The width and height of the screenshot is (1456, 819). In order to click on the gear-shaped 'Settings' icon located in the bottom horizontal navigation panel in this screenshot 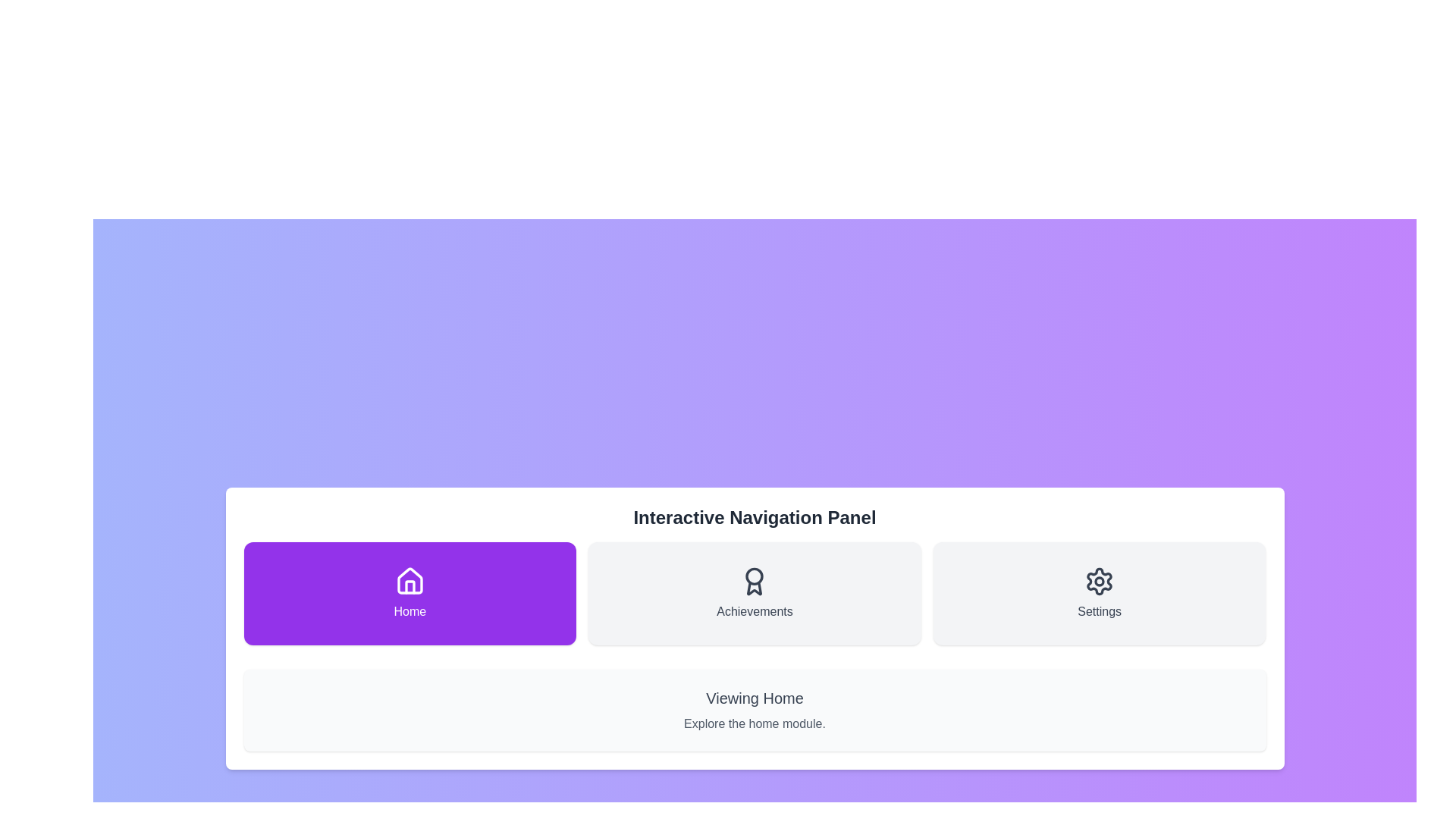, I will do `click(1099, 581)`.